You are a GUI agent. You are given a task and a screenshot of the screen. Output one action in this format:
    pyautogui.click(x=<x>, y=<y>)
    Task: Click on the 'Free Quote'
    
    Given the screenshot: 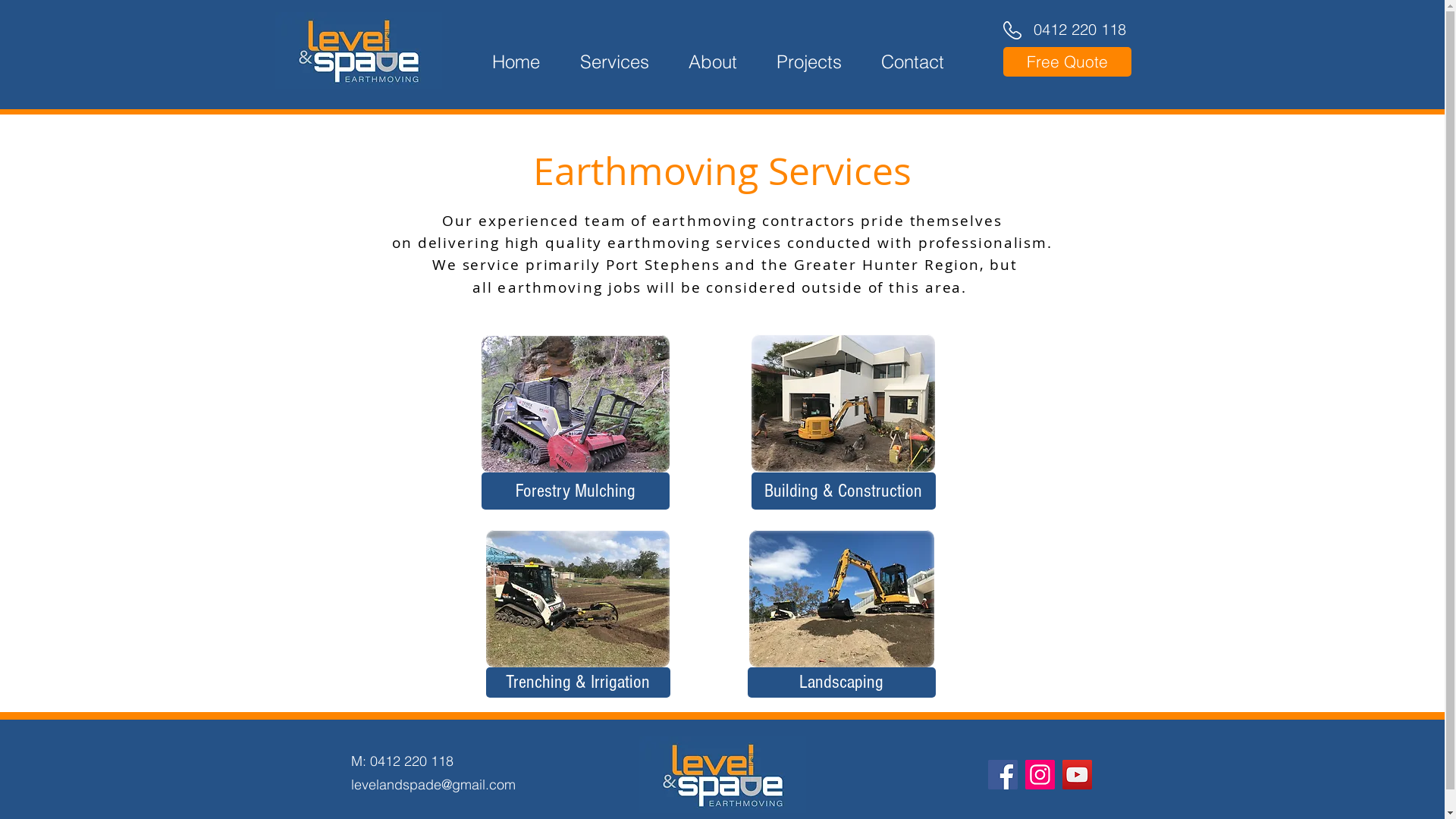 What is the action you would take?
    pyautogui.click(x=1065, y=61)
    